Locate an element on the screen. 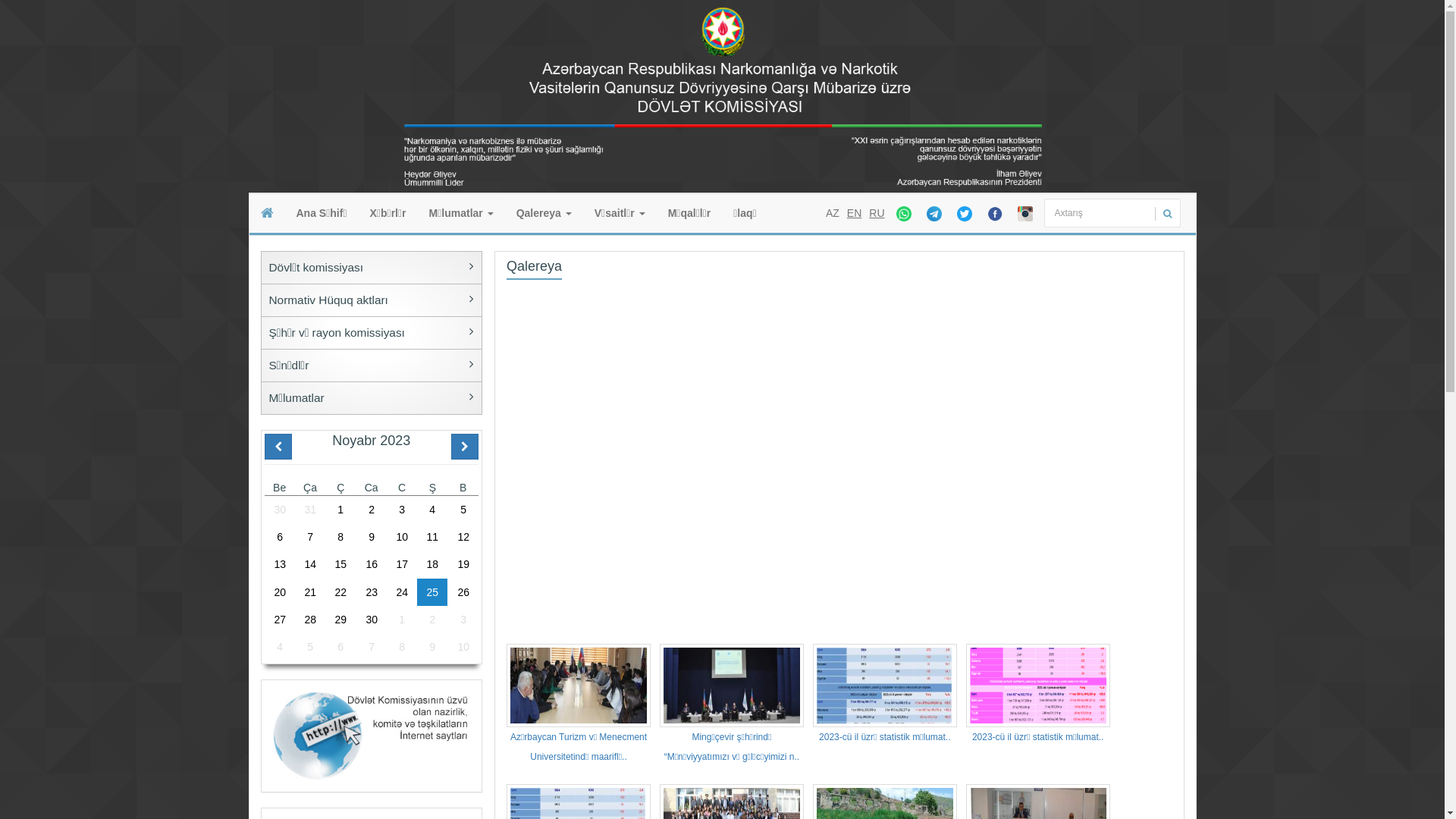 This screenshot has height=819, width=1456. '18' is located at coordinates (431, 564).